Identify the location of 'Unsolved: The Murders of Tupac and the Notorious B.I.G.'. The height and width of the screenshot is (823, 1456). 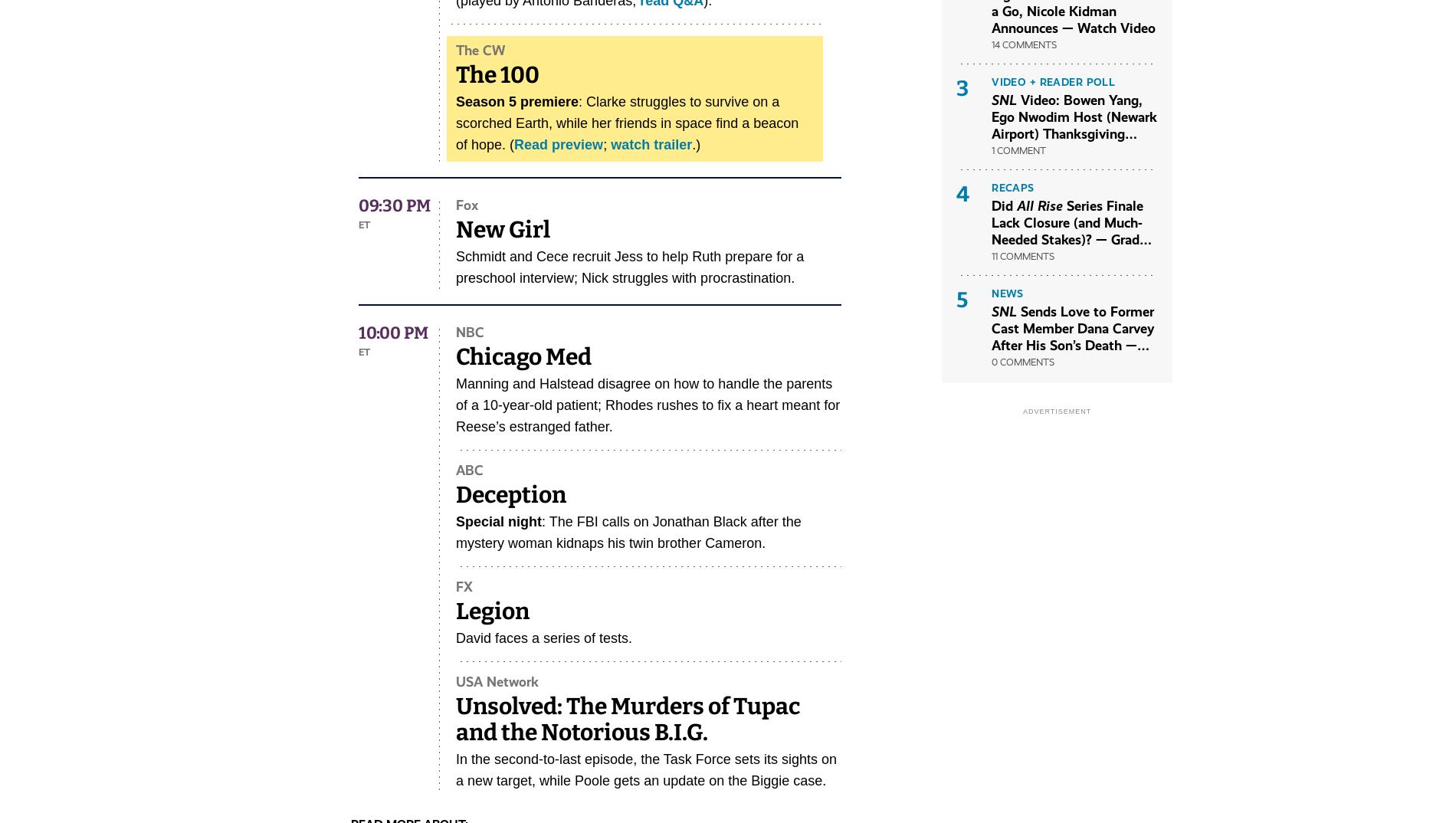
(627, 719).